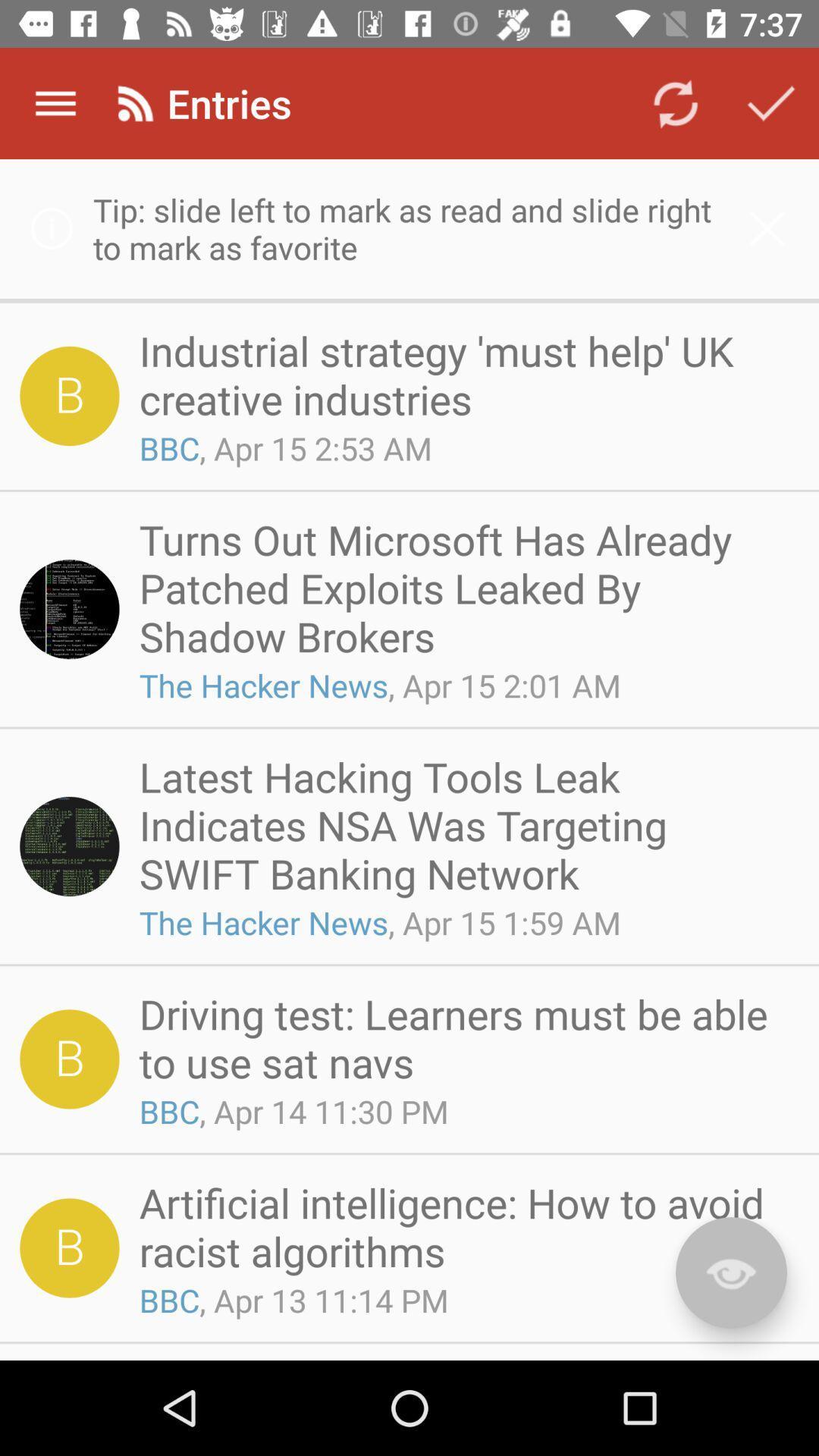 The image size is (819, 1456). I want to click on turns out microsoft, so click(463, 587).